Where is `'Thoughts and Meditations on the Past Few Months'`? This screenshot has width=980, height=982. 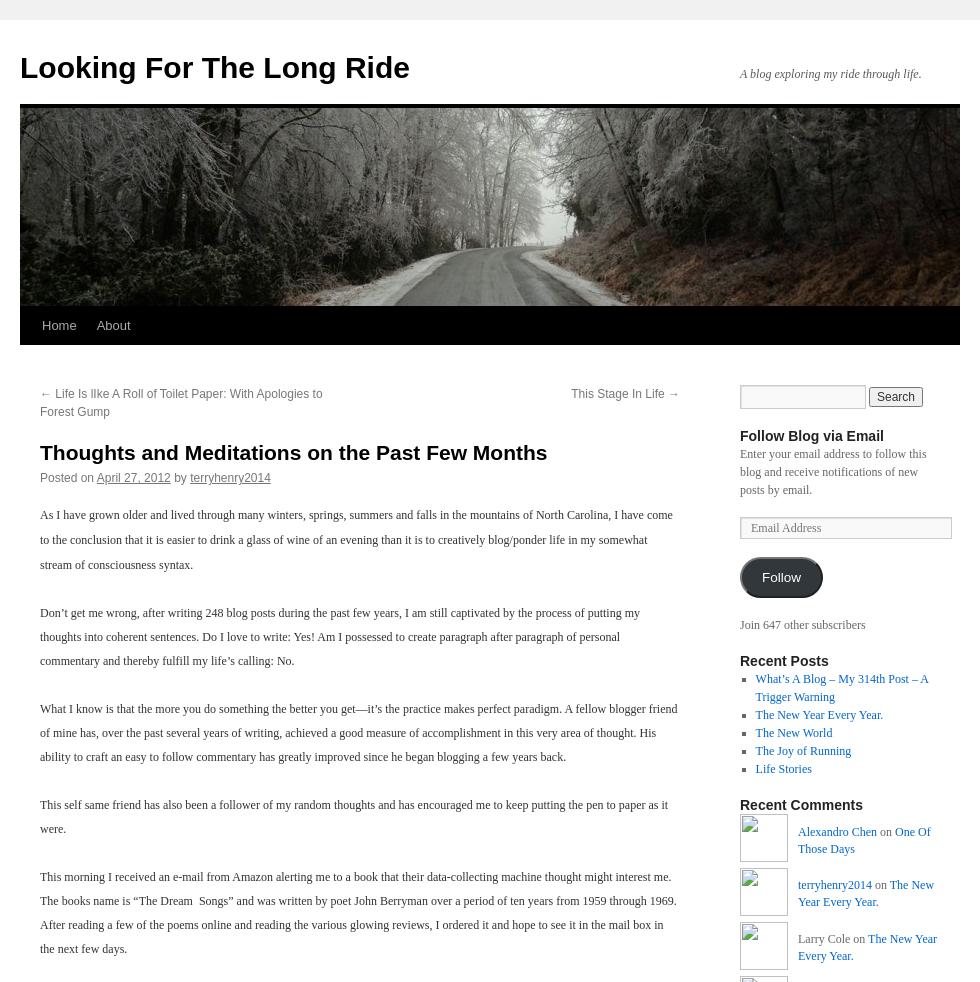 'Thoughts and Meditations on the Past Few Months' is located at coordinates (39, 452).